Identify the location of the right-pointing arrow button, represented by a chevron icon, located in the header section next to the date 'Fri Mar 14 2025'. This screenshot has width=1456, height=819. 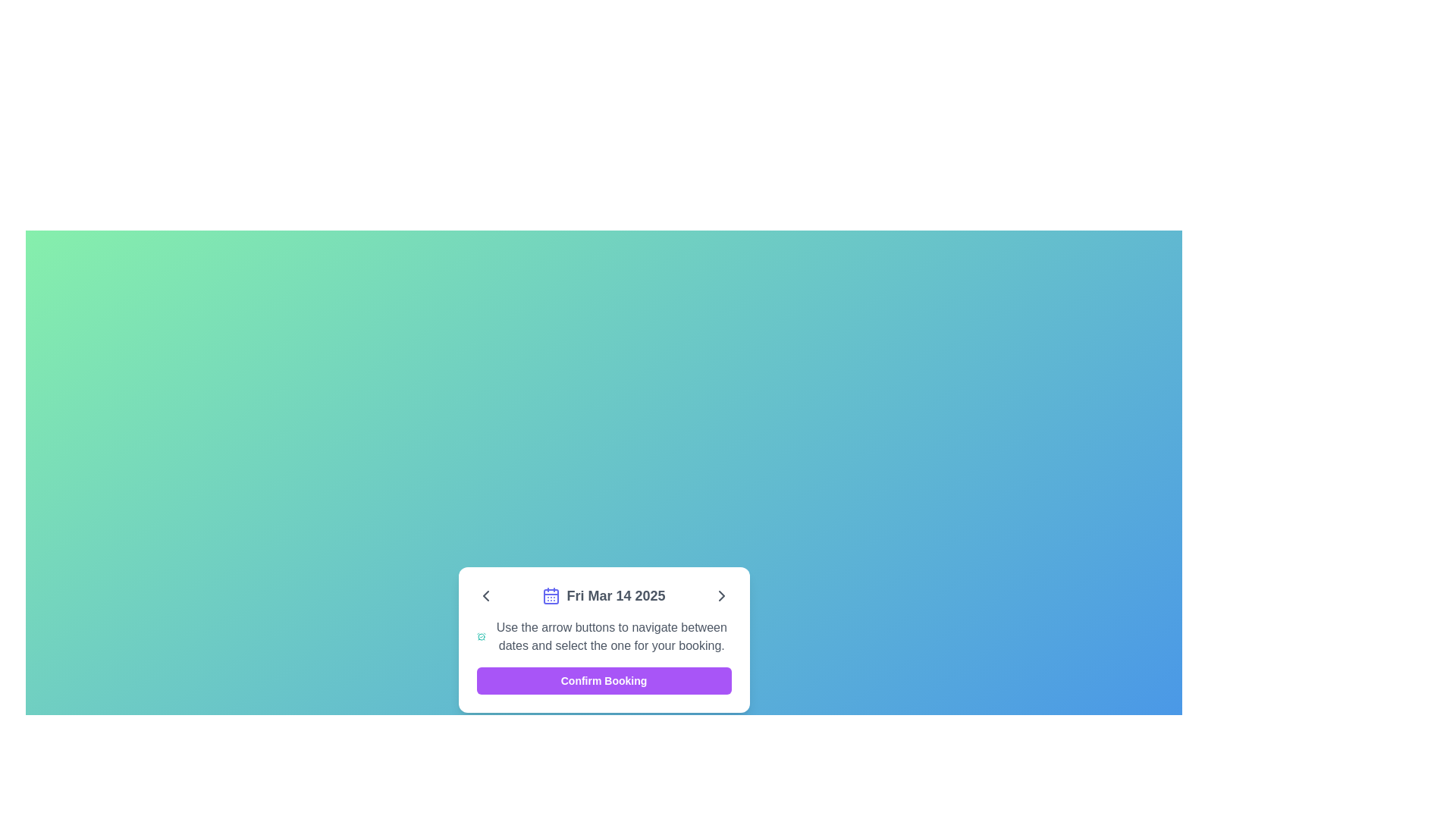
(721, 595).